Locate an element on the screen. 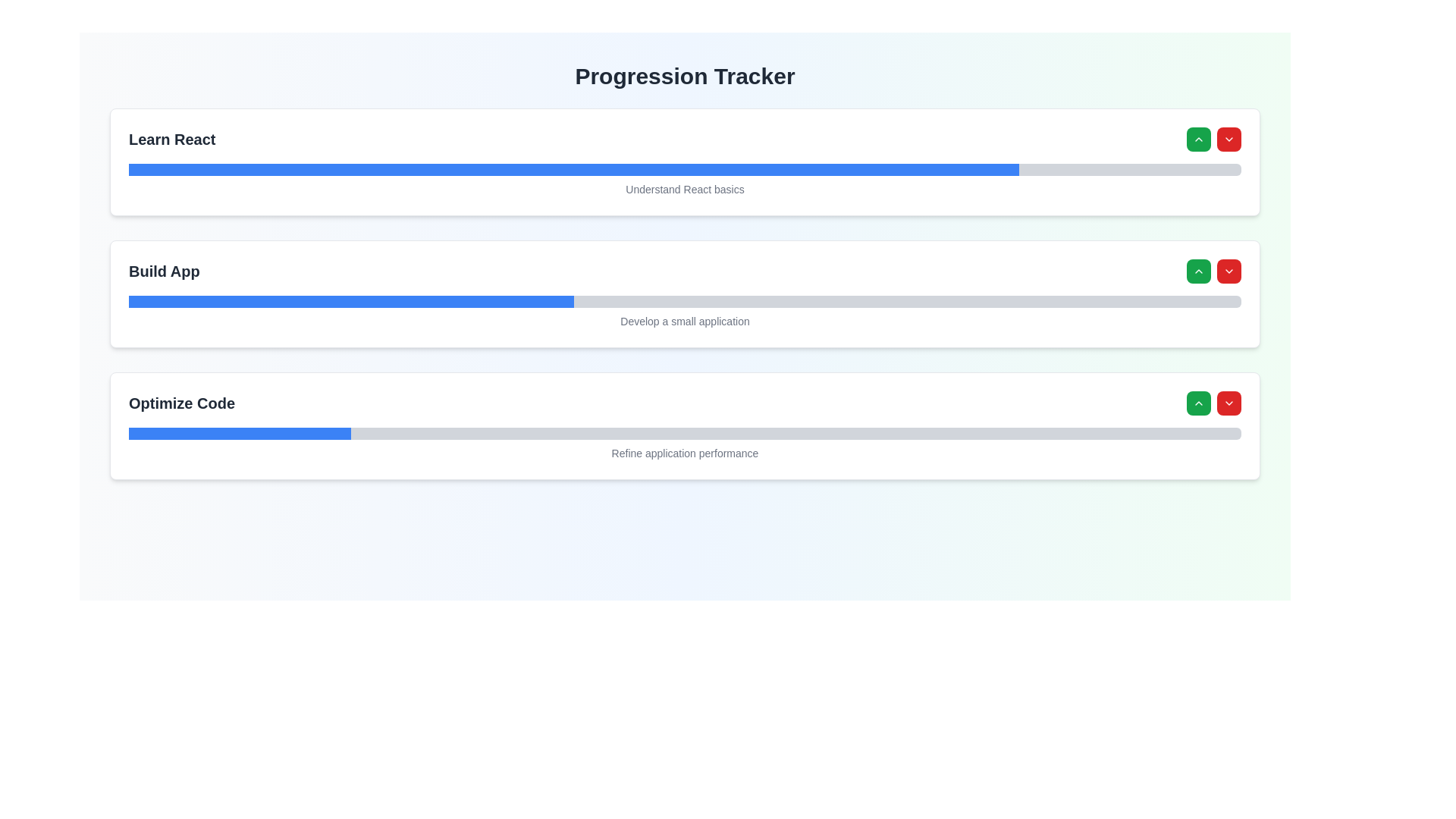 The width and height of the screenshot is (1456, 819). the upward-pointing arrow icon button with a green background, located to the left of the red downward-pointing arrow within the 'Optimize Code' section is located at coordinates (1197, 403).